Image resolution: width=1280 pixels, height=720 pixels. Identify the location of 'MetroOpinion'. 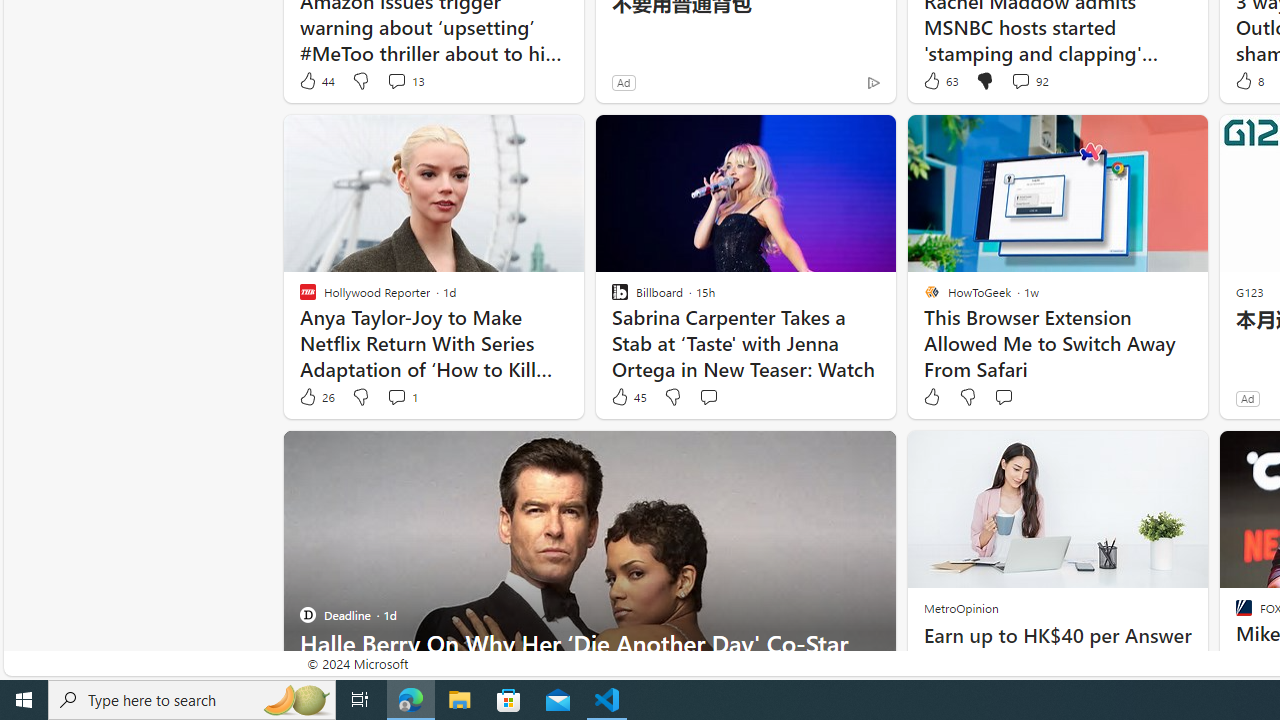
(960, 607).